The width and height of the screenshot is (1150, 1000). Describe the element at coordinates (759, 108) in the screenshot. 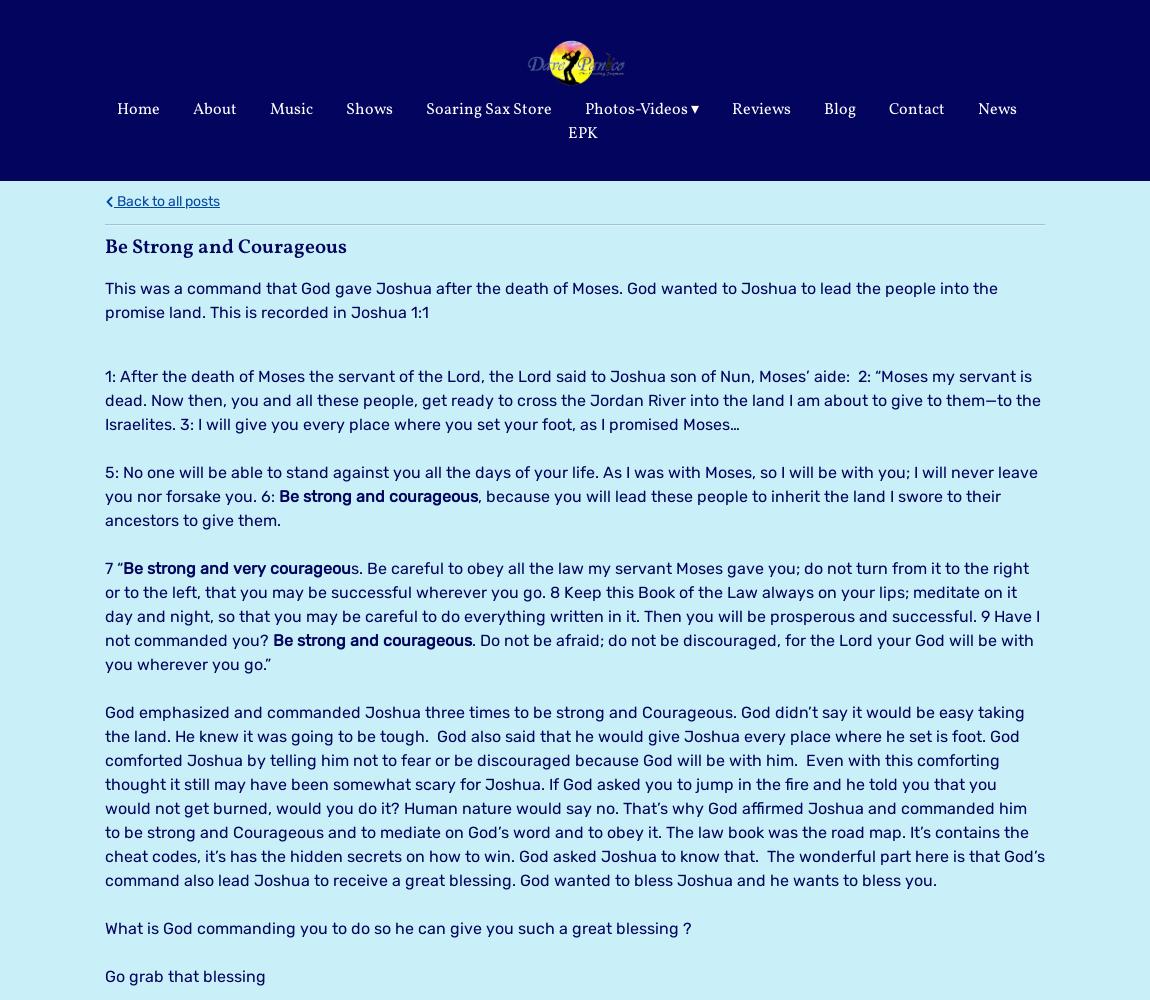

I see `'Reviews'` at that location.